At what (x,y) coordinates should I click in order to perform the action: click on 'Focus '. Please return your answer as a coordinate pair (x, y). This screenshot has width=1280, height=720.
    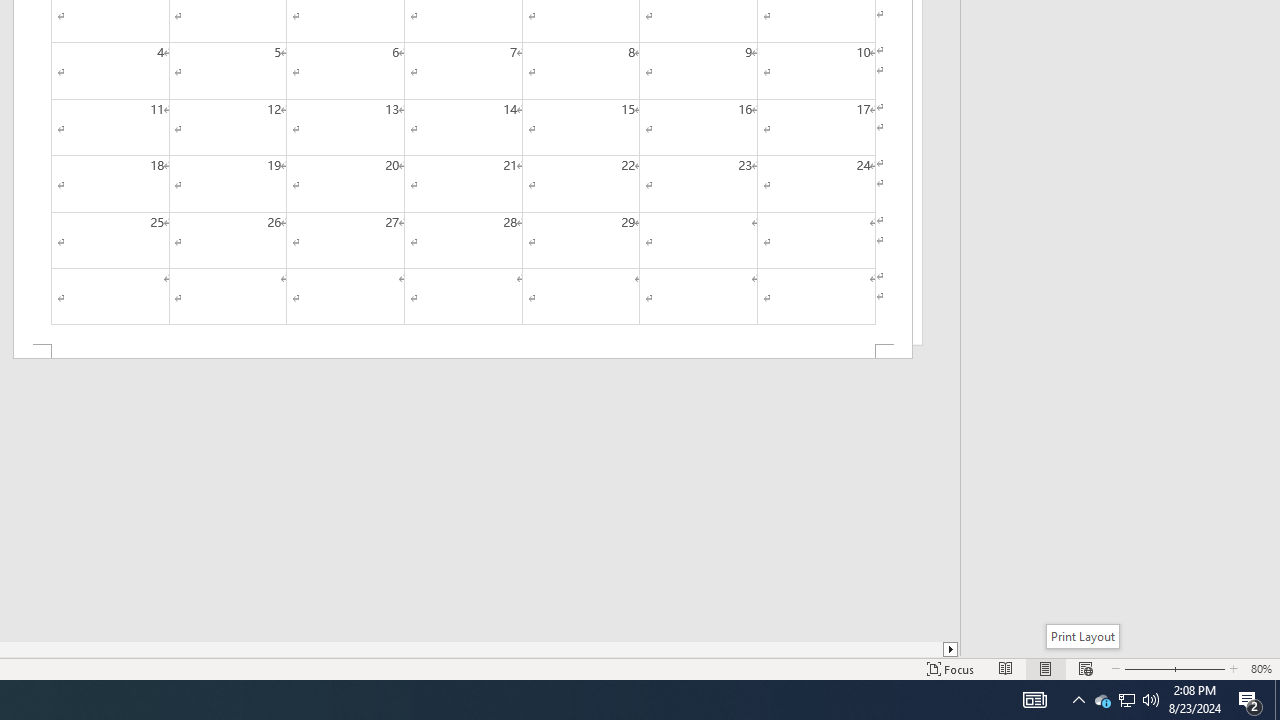
    Looking at the image, I should click on (950, 669).